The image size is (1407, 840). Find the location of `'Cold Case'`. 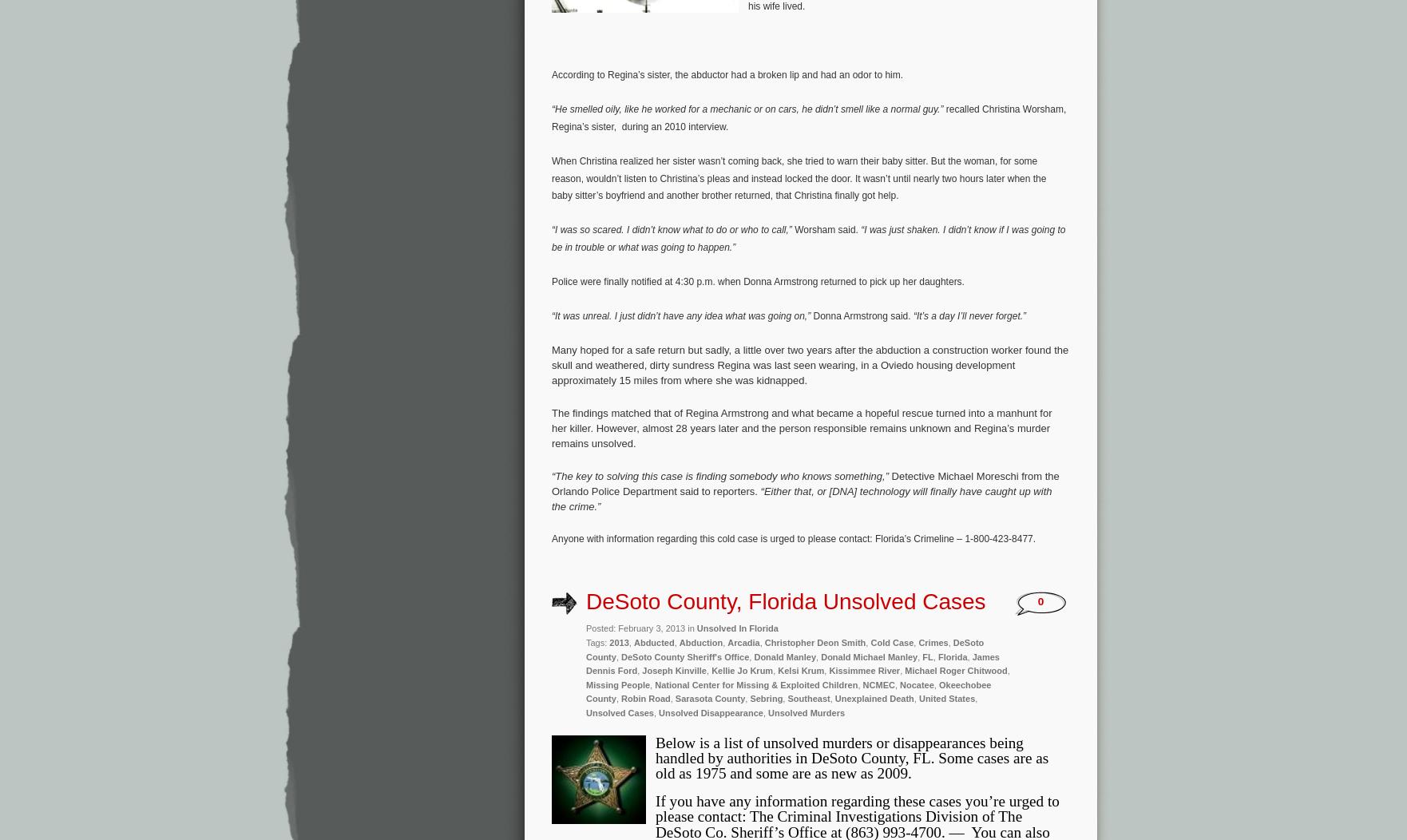

'Cold Case' is located at coordinates (870, 642).